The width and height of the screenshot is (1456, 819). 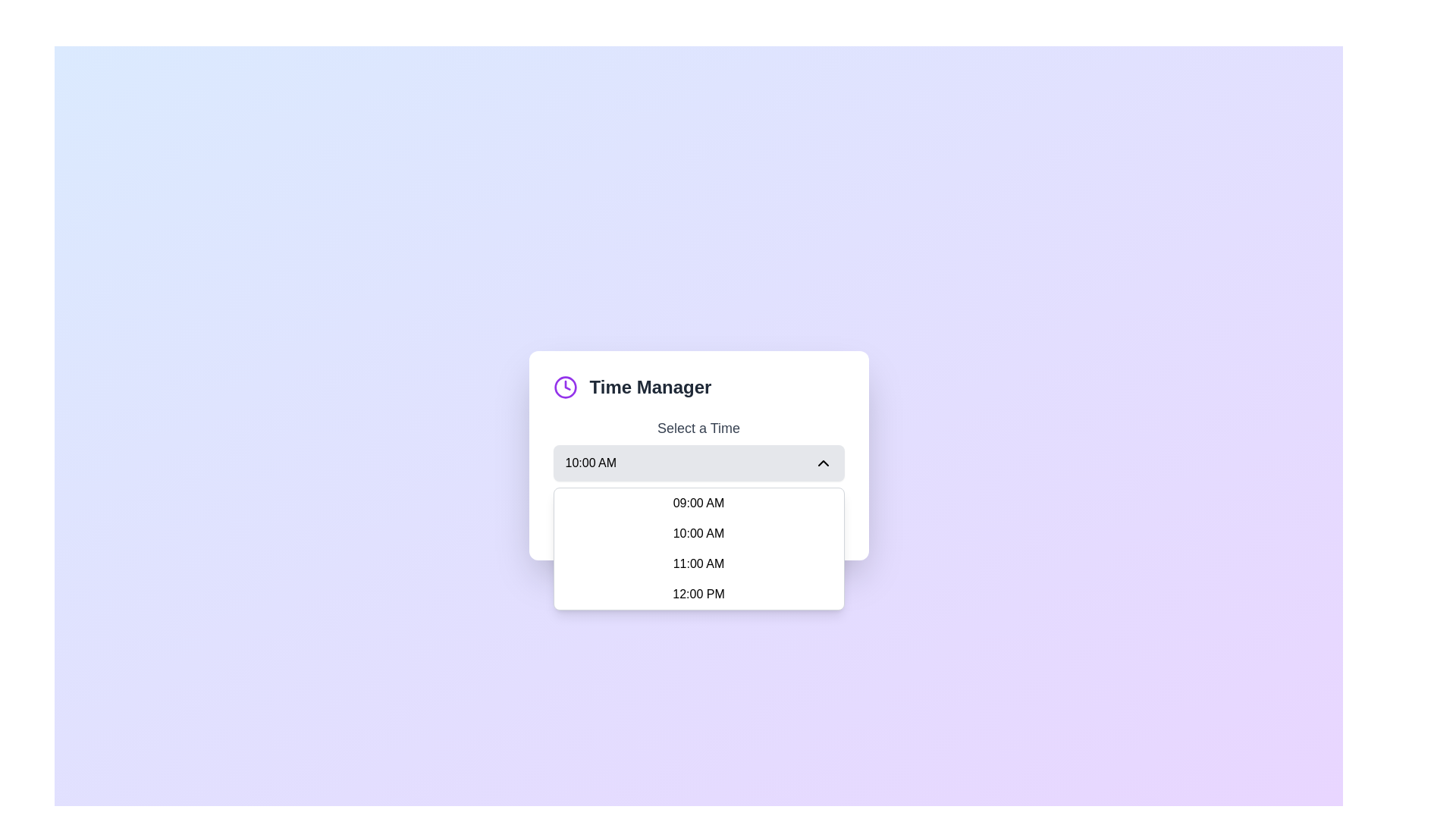 What do you see at coordinates (564, 386) in the screenshot?
I see `the circular border of the clock icon located in the top left of the dialog box, next to the 'Time Manager' title` at bounding box center [564, 386].